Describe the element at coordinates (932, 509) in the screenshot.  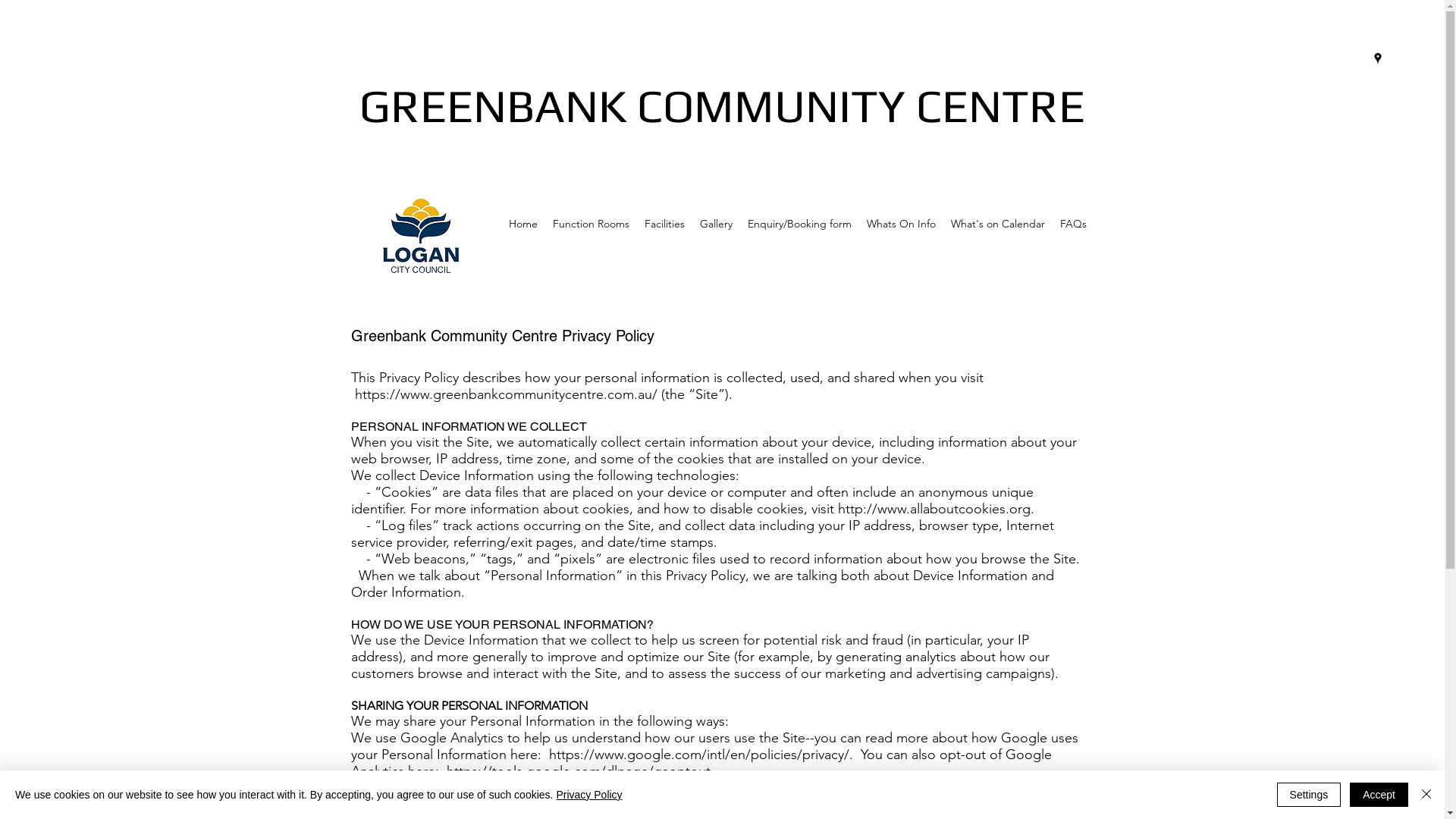
I see `'http://www.allaboutcookies.org'` at that location.